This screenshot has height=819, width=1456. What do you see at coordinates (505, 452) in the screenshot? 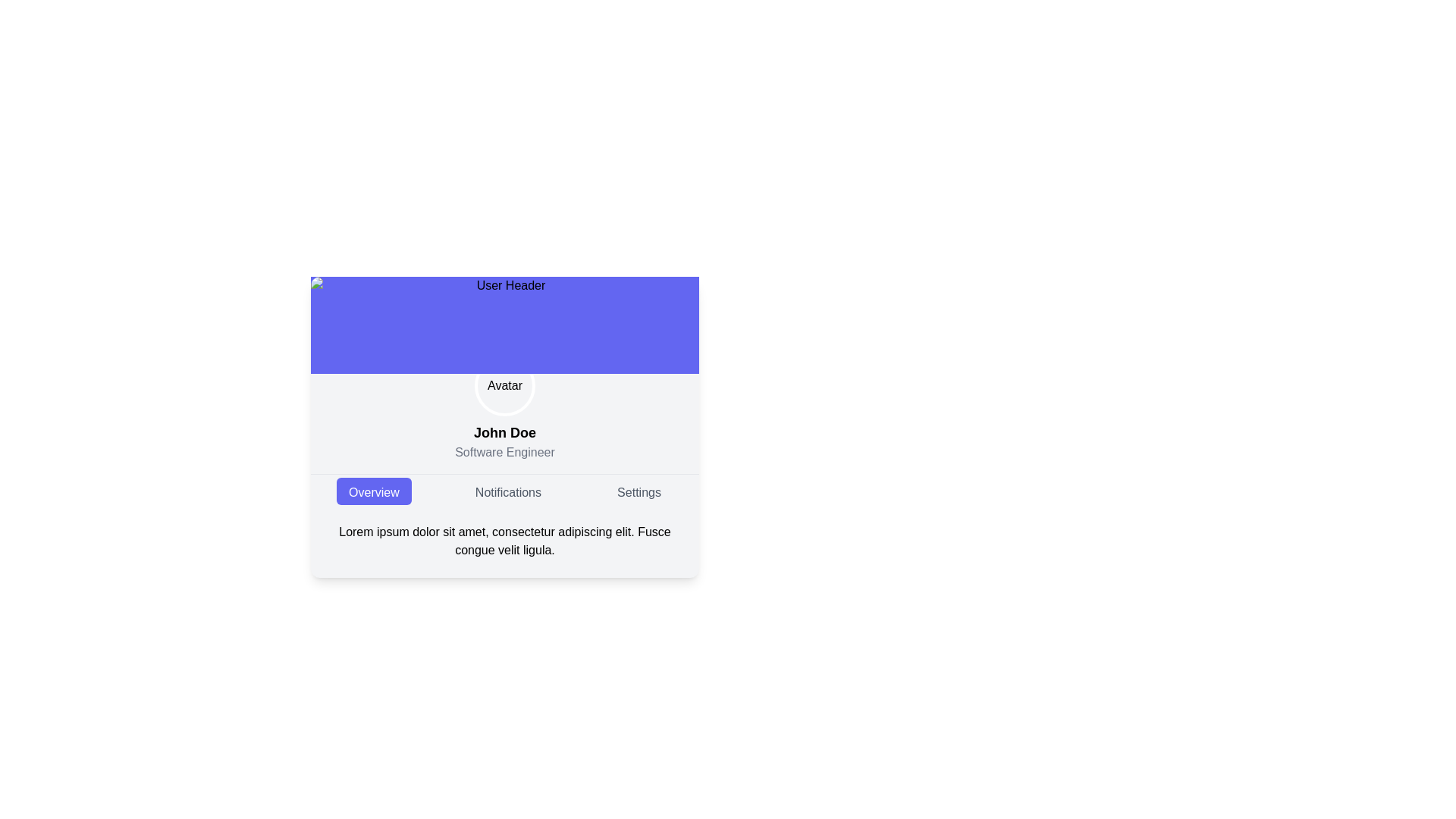
I see `the static text label displaying the role or designation associated with 'John Doe', which is positioned directly beneath the name and above the interactive tabs` at bounding box center [505, 452].